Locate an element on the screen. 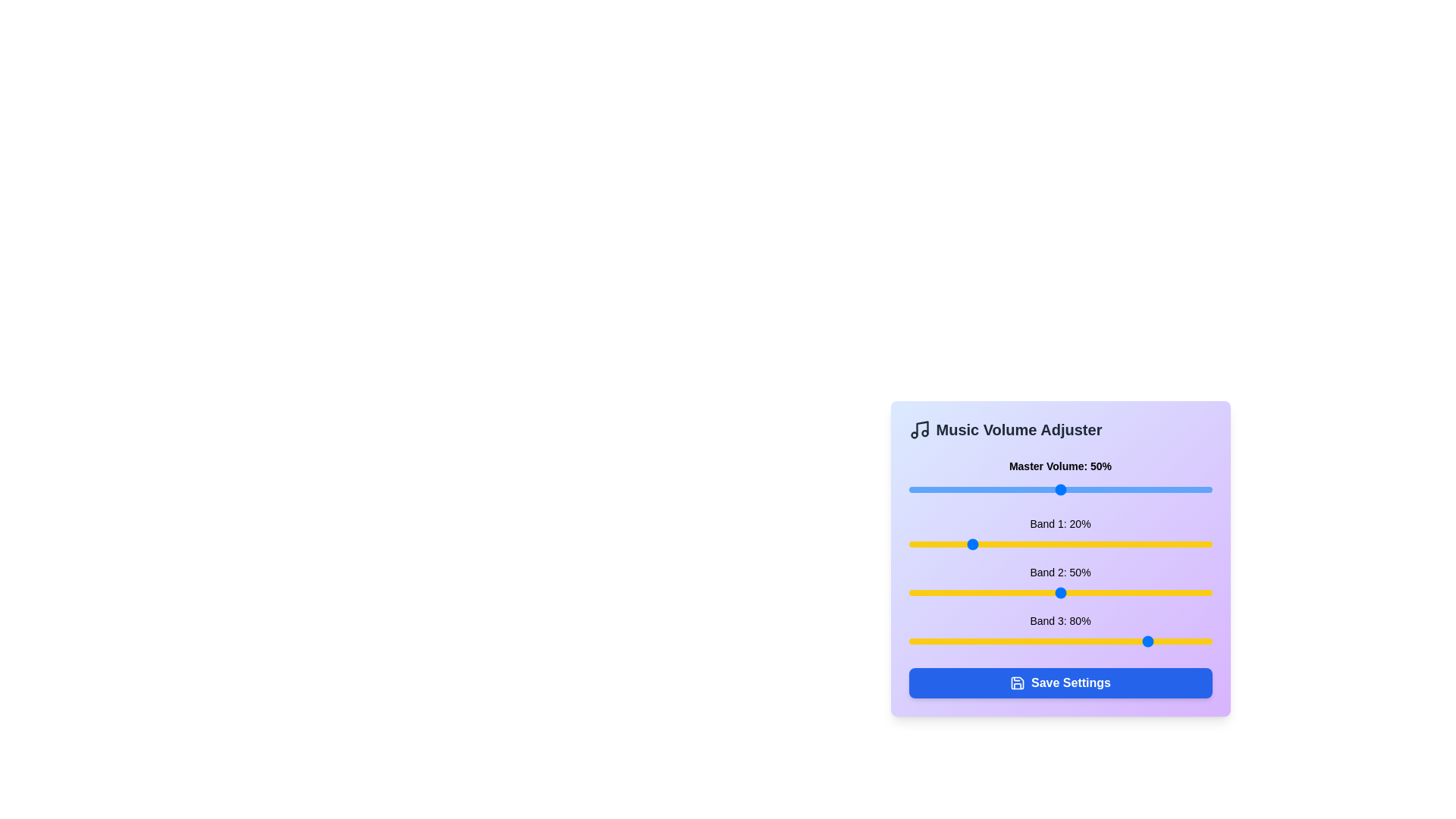  Band 1 is located at coordinates (1075, 543).